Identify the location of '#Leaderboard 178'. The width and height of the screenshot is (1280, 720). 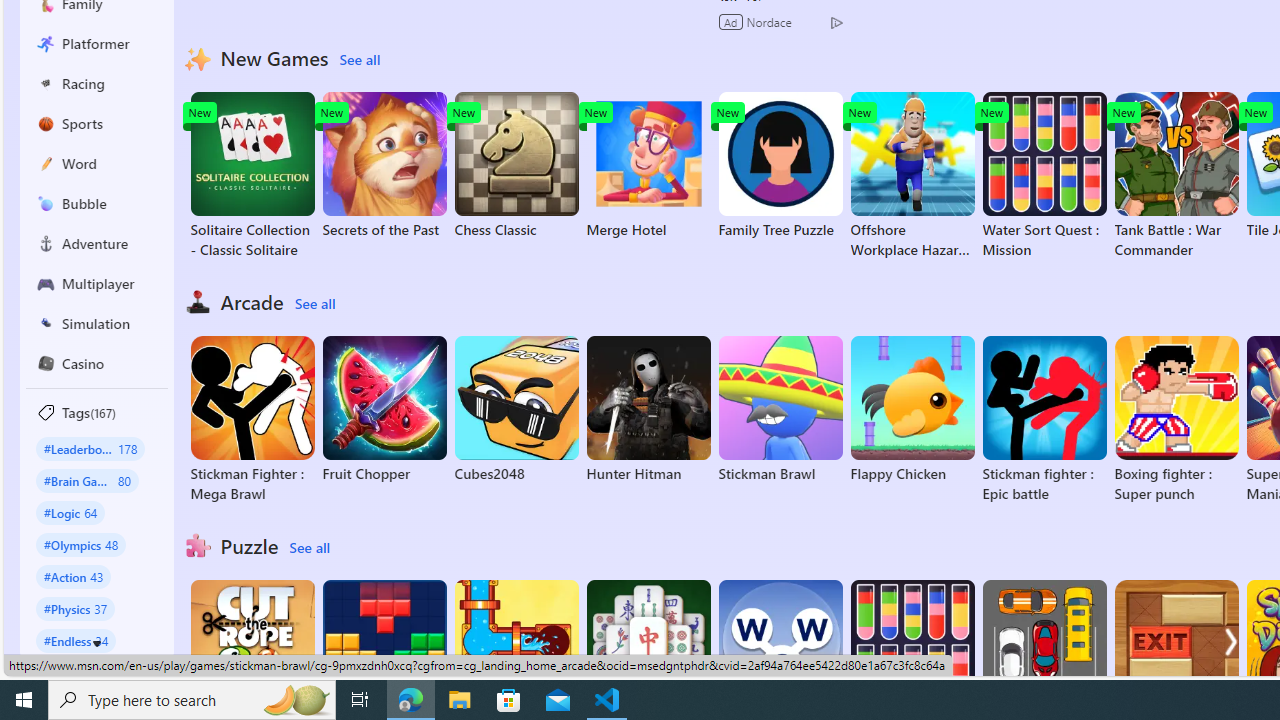
(89, 447).